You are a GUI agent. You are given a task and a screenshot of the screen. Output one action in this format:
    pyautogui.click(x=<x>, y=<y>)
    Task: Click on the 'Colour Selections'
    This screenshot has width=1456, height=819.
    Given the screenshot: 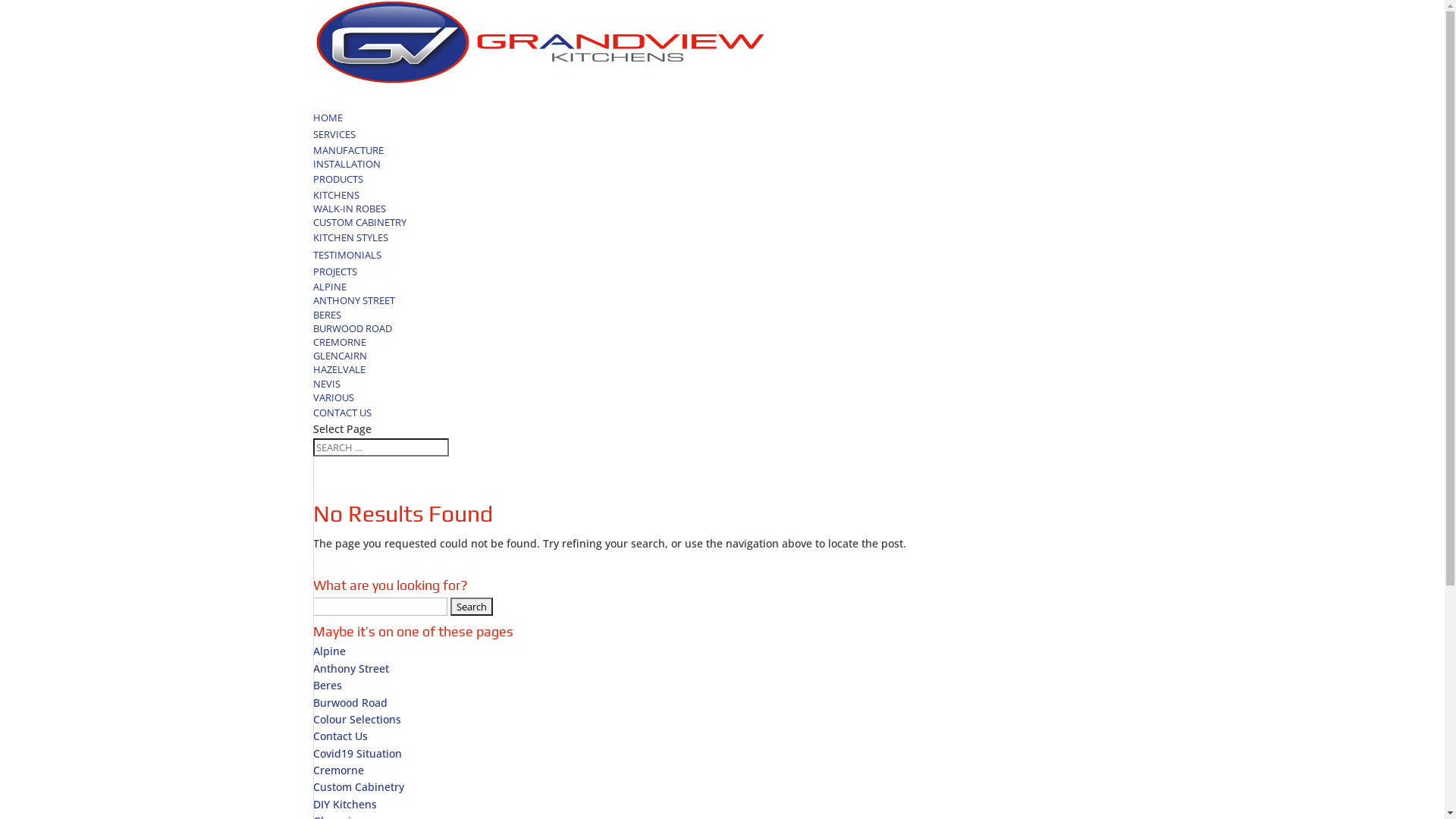 What is the action you would take?
    pyautogui.click(x=356, y=718)
    